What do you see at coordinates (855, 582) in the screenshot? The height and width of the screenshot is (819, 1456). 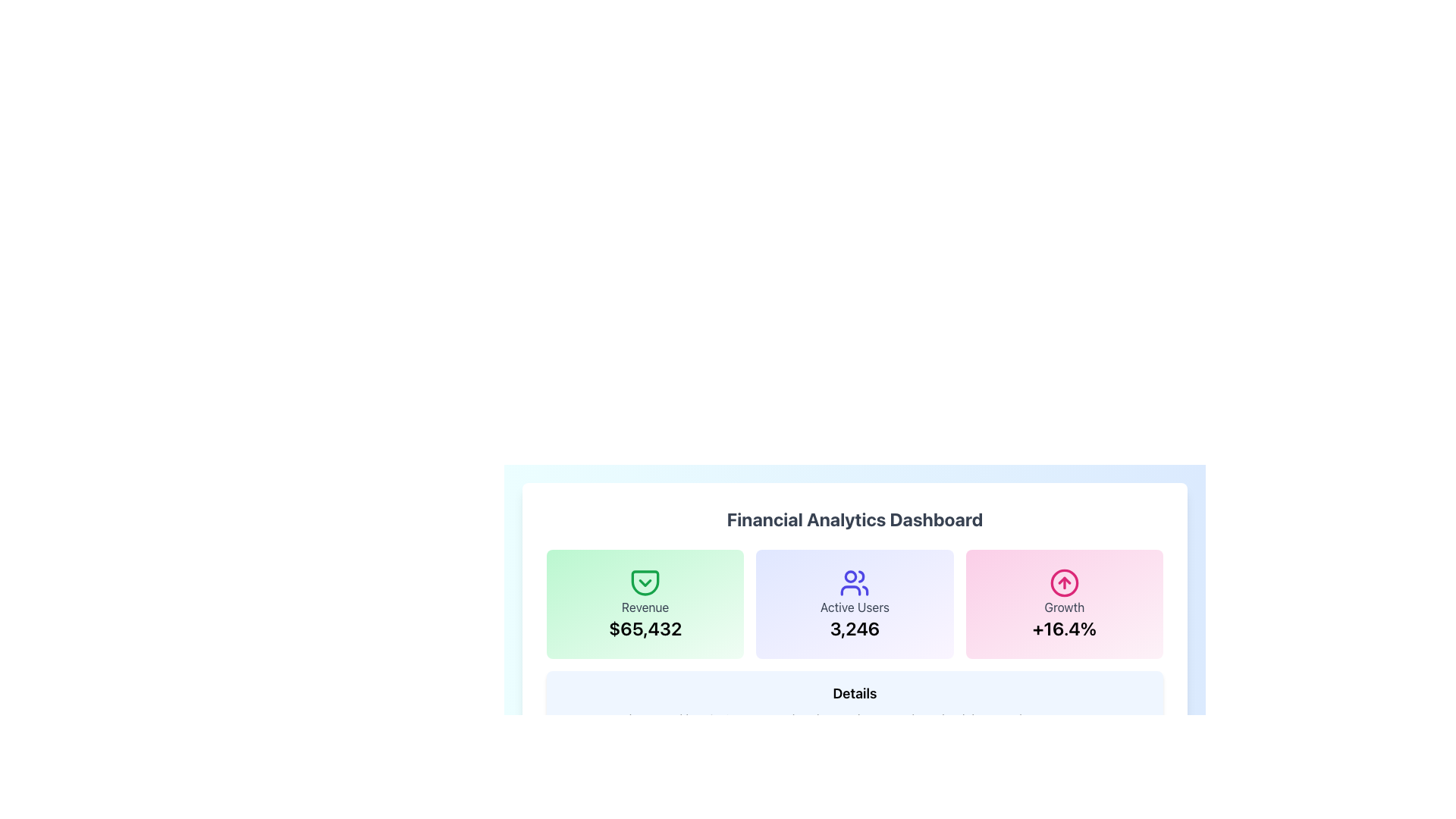 I see `the decorative icon located at the top-center of the 'Active Users' card, which enhances the visual presentation of the card` at bounding box center [855, 582].